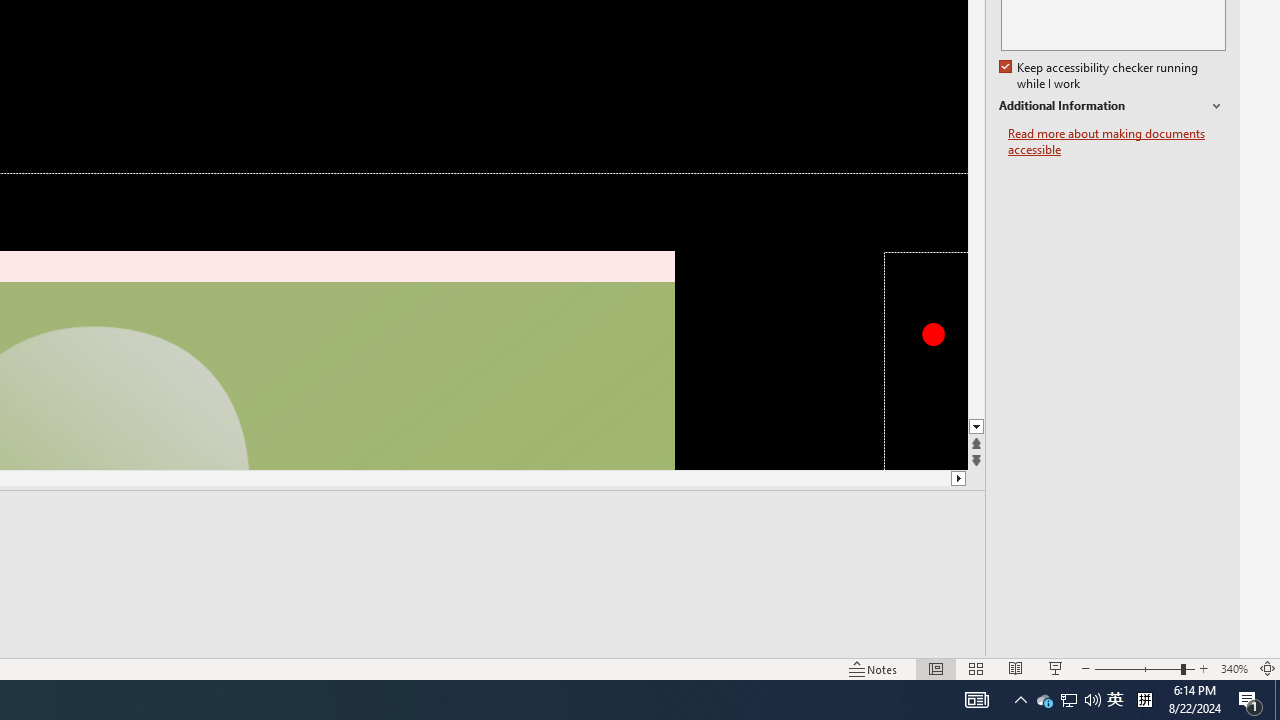  What do you see at coordinates (1233, 669) in the screenshot?
I see `'Zoom 340%'` at bounding box center [1233, 669].